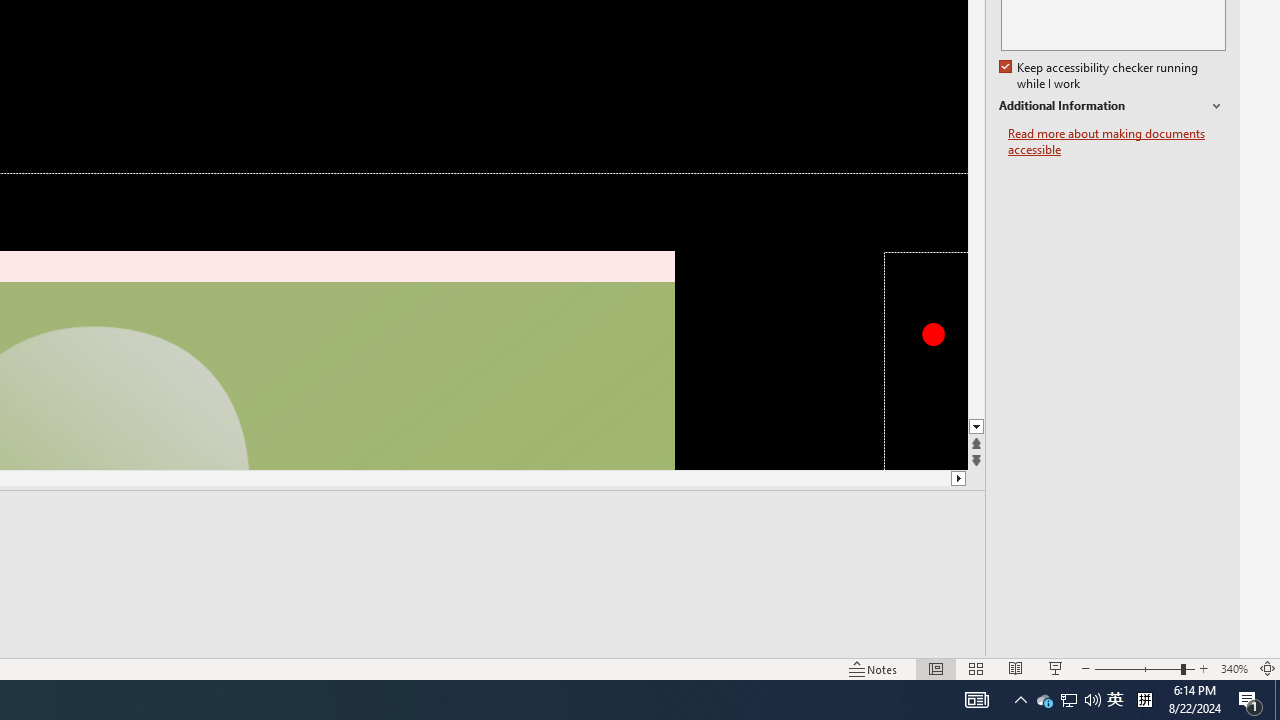  What do you see at coordinates (1233, 669) in the screenshot?
I see `'Zoom 340%'` at bounding box center [1233, 669].